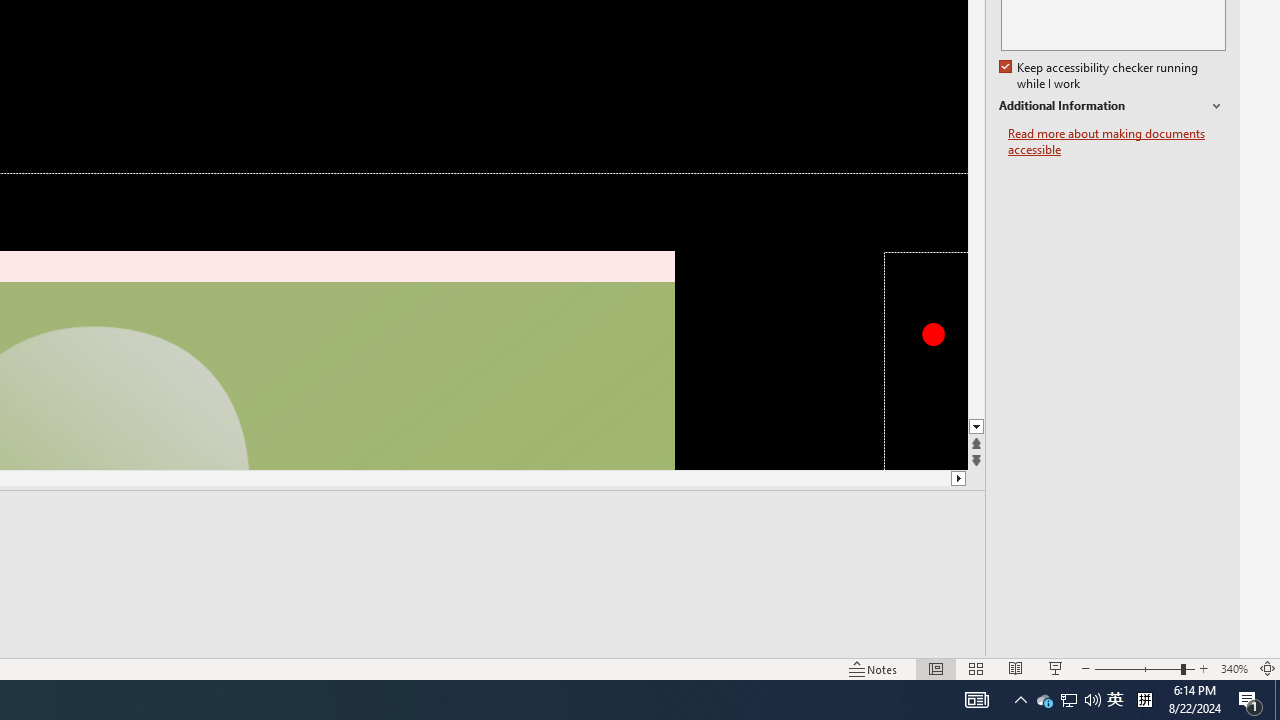  What do you see at coordinates (1233, 669) in the screenshot?
I see `'Zoom 340%'` at bounding box center [1233, 669].